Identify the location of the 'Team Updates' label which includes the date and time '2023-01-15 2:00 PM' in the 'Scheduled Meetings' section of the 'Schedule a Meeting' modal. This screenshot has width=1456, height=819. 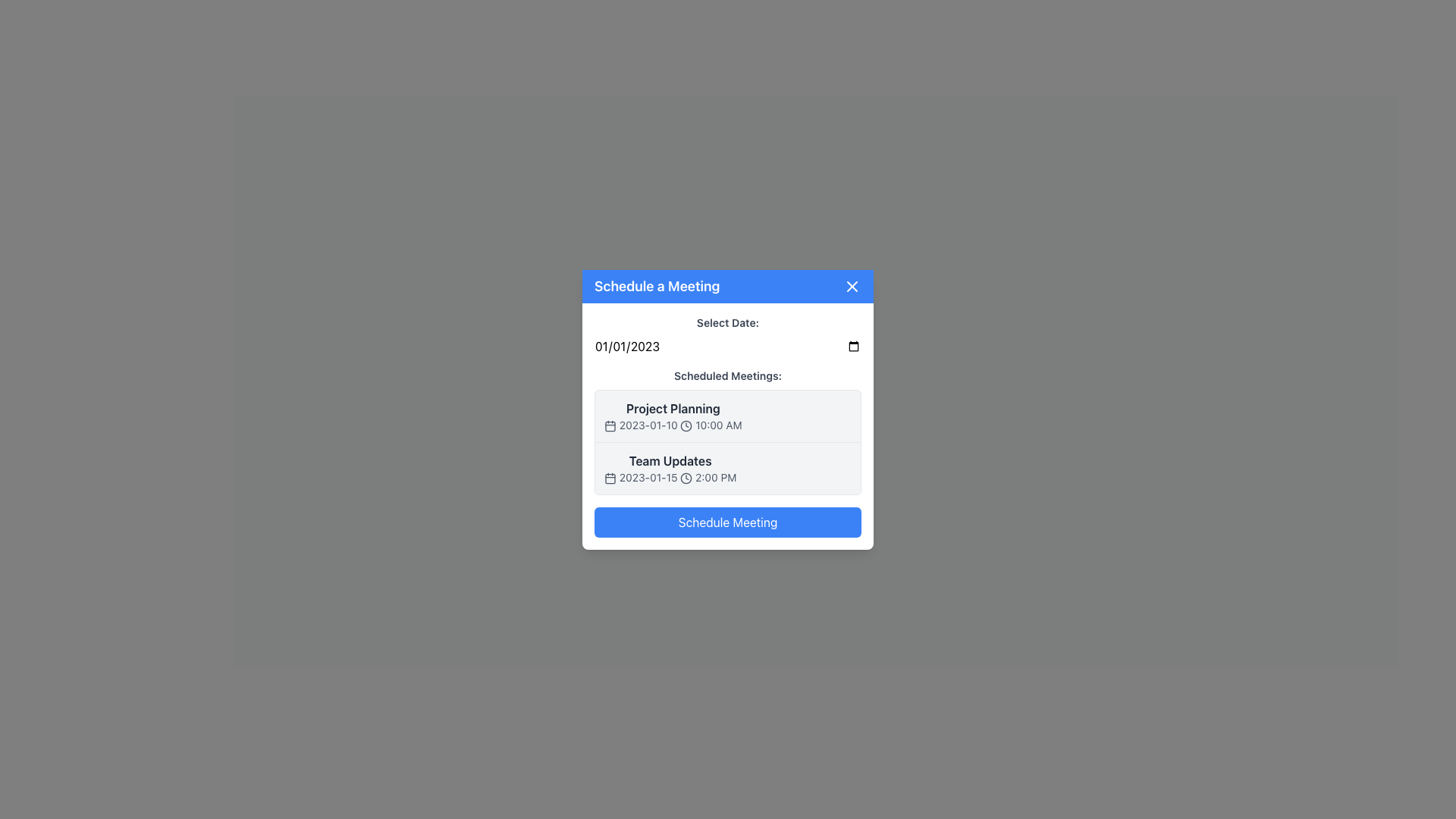
(670, 467).